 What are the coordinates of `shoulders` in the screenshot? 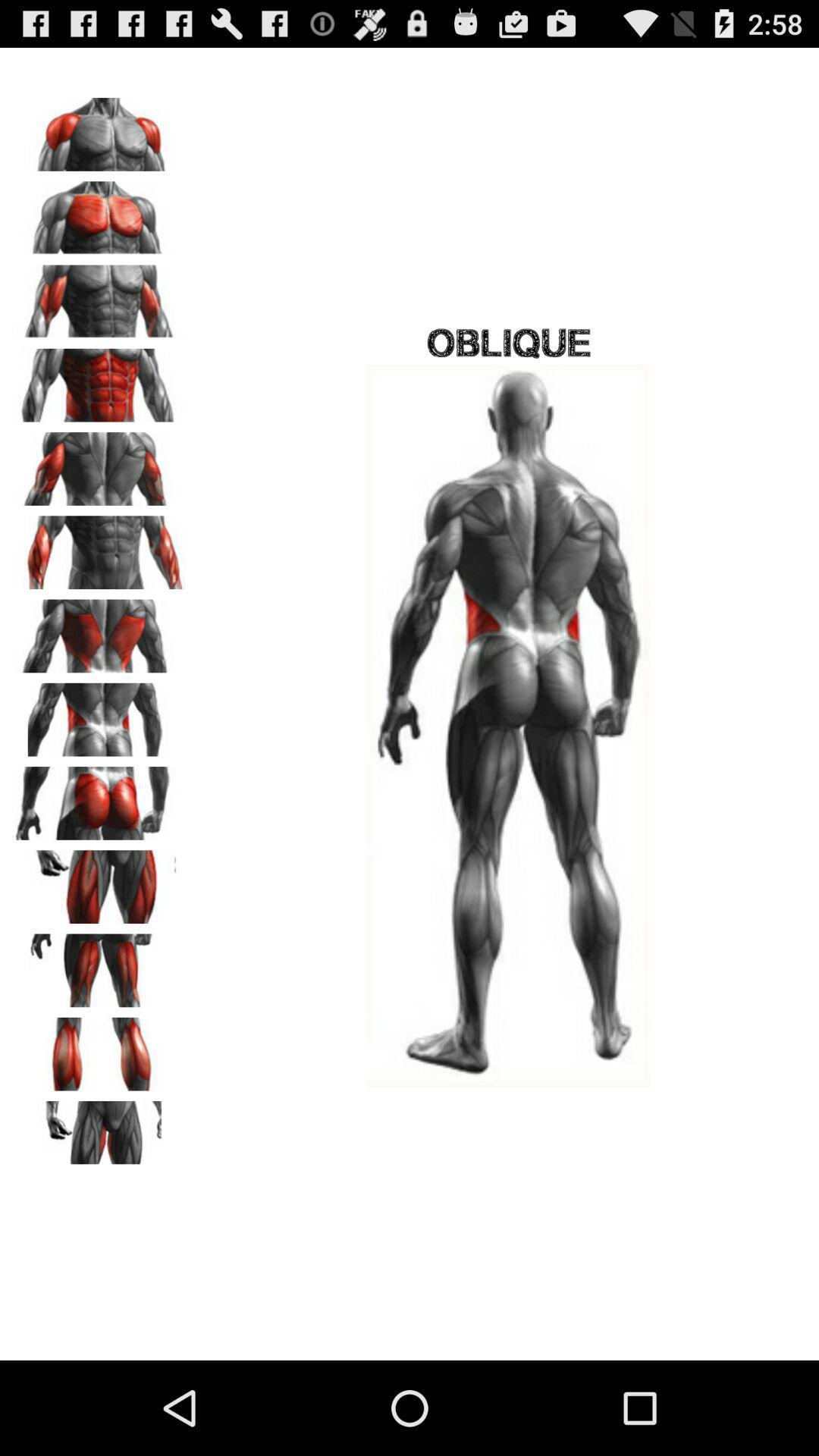 It's located at (99, 129).